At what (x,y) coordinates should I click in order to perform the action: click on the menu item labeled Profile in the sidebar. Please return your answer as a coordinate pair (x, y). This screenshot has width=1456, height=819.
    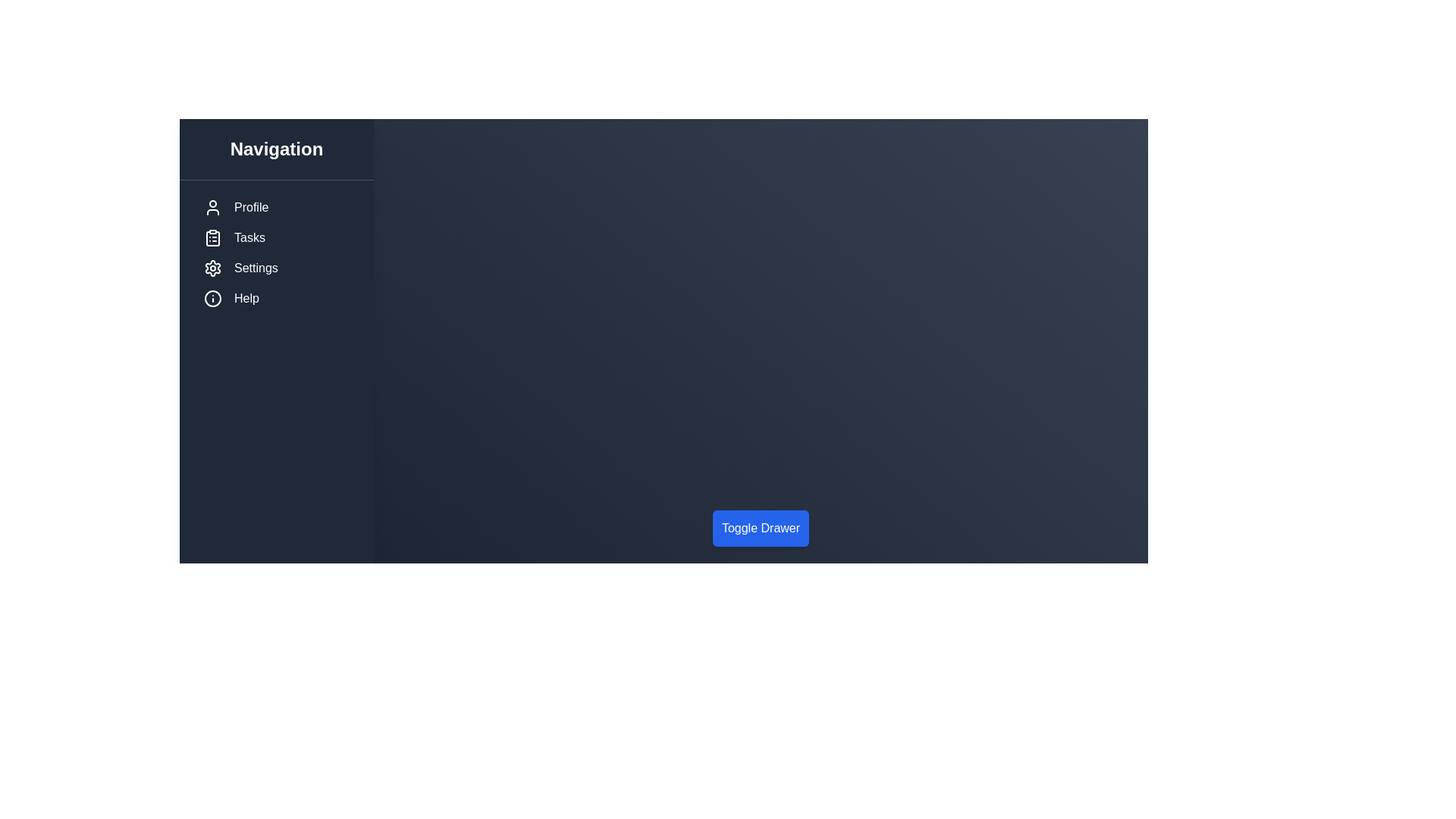
    Looking at the image, I should click on (276, 207).